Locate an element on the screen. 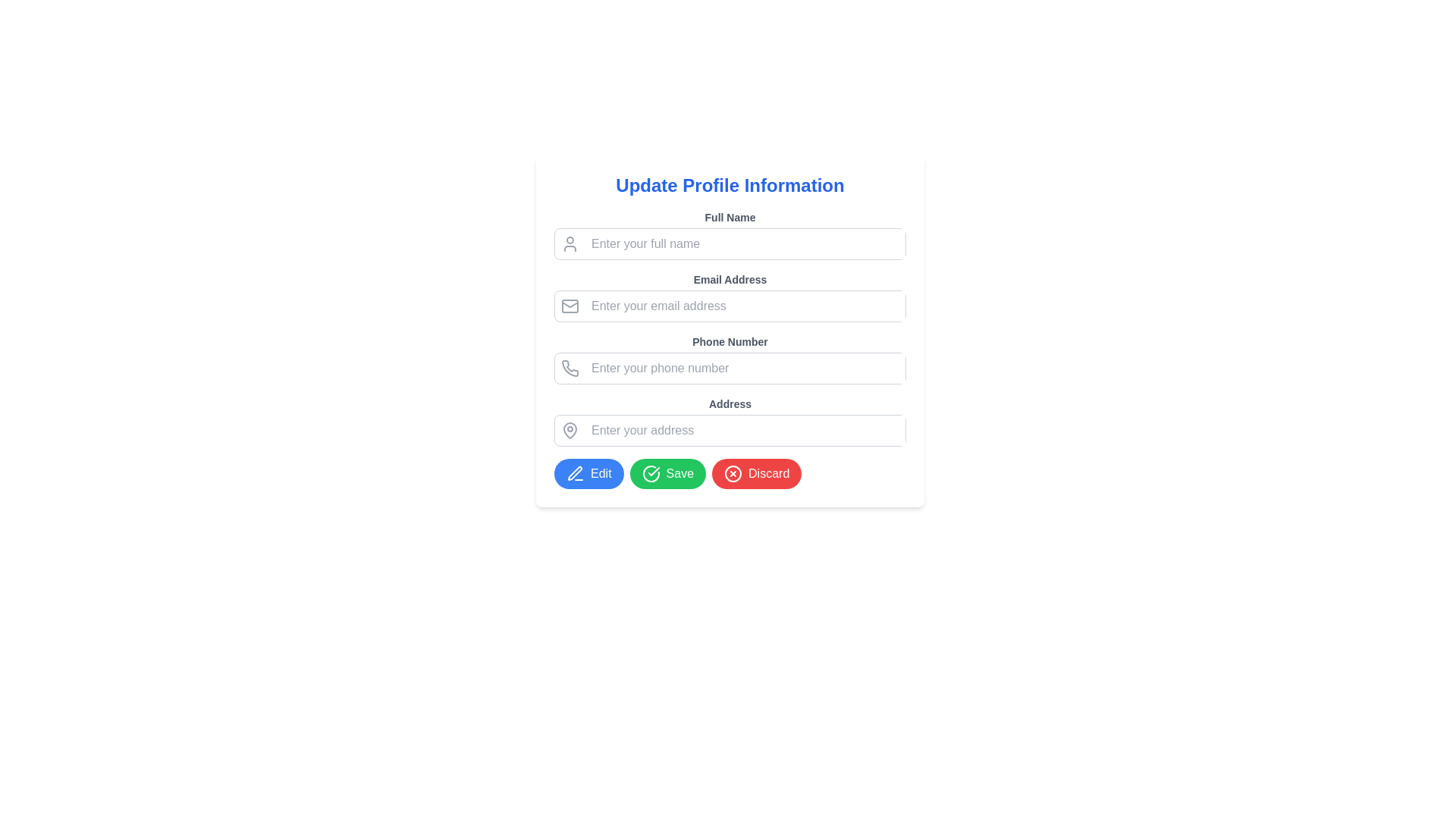  properties of the SVG graphic/icon located on the left-hand side of the 'Save' button, which visually reinforces the concept of saving changes is located at coordinates (651, 472).